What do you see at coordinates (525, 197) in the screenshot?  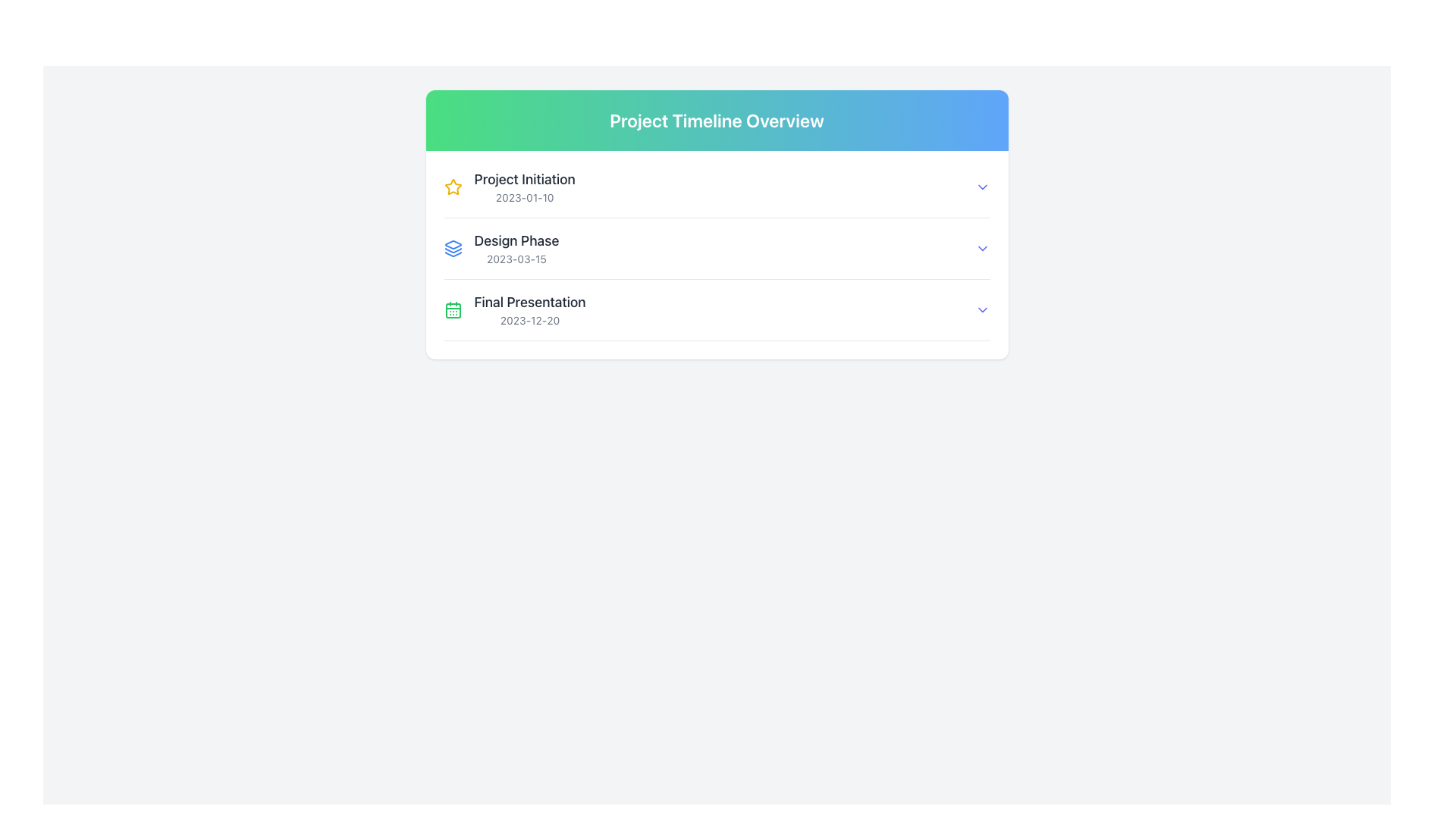 I see `the date text label '2023-01-10' displayed in a small grayish font beneath the title 'Project Initiation'` at bounding box center [525, 197].